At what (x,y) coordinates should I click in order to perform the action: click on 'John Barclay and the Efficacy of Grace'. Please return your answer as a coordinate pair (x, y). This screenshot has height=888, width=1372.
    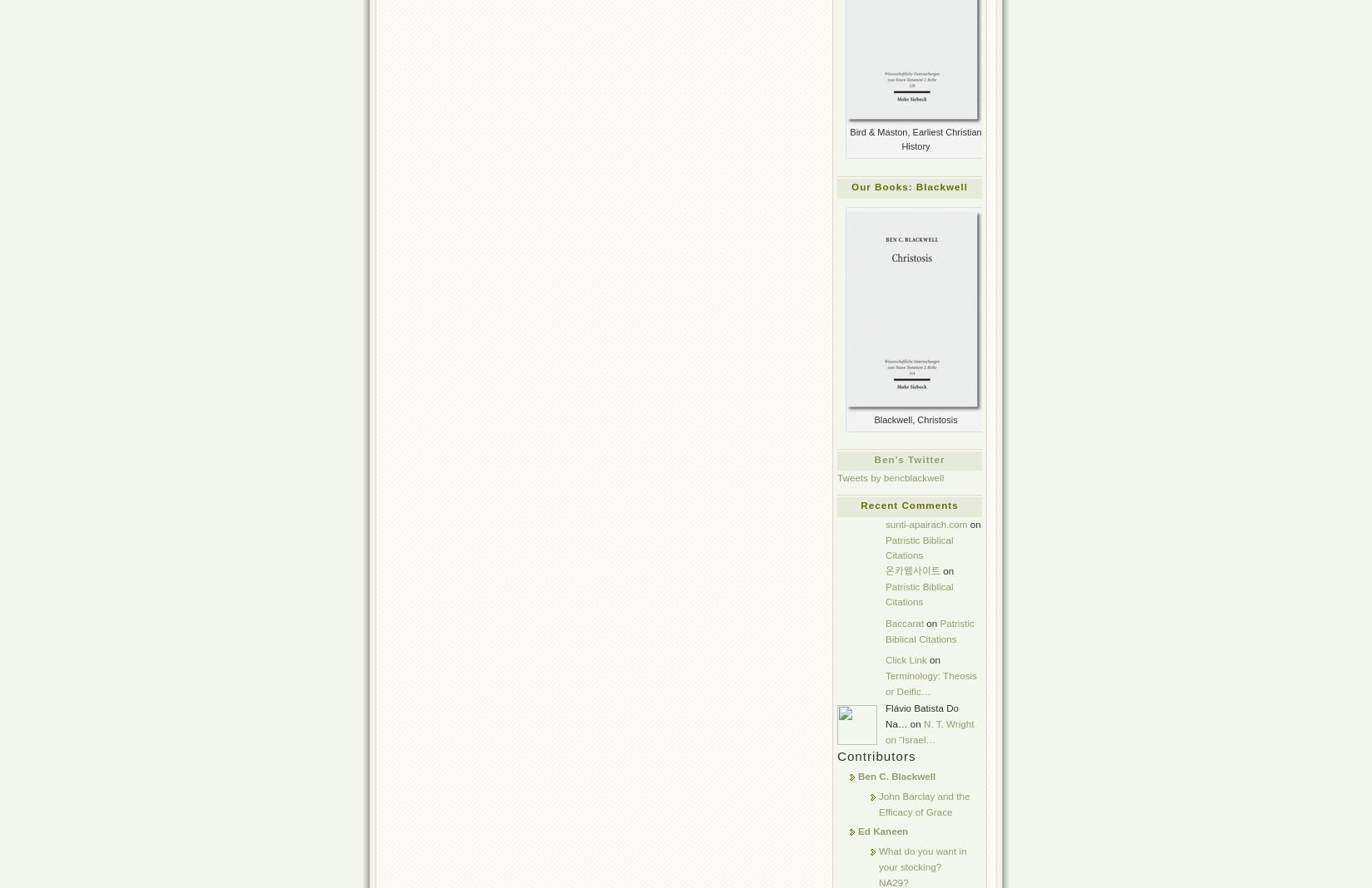
    Looking at the image, I should click on (878, 803).